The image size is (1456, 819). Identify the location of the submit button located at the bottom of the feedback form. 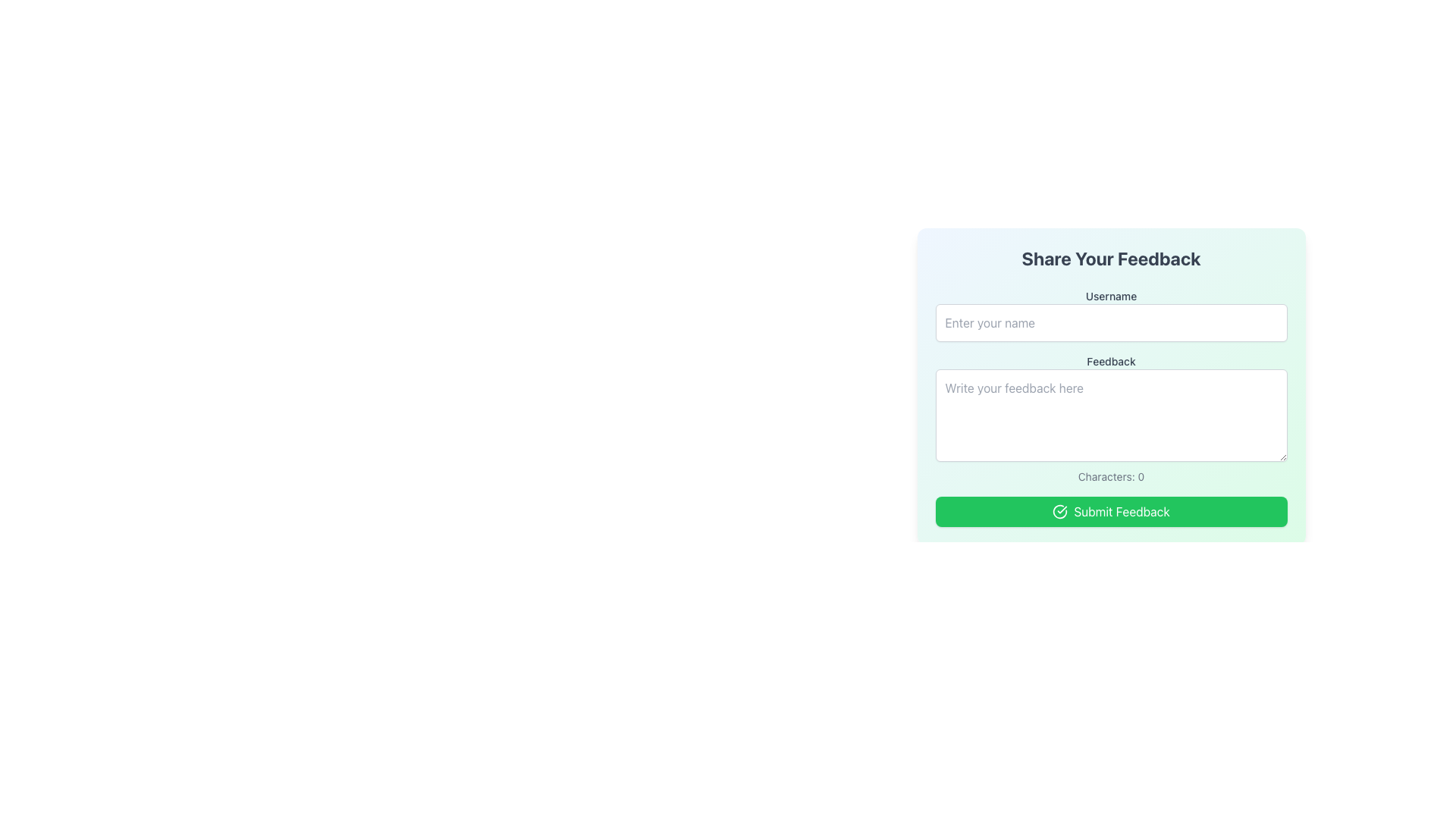
(1111, 512).